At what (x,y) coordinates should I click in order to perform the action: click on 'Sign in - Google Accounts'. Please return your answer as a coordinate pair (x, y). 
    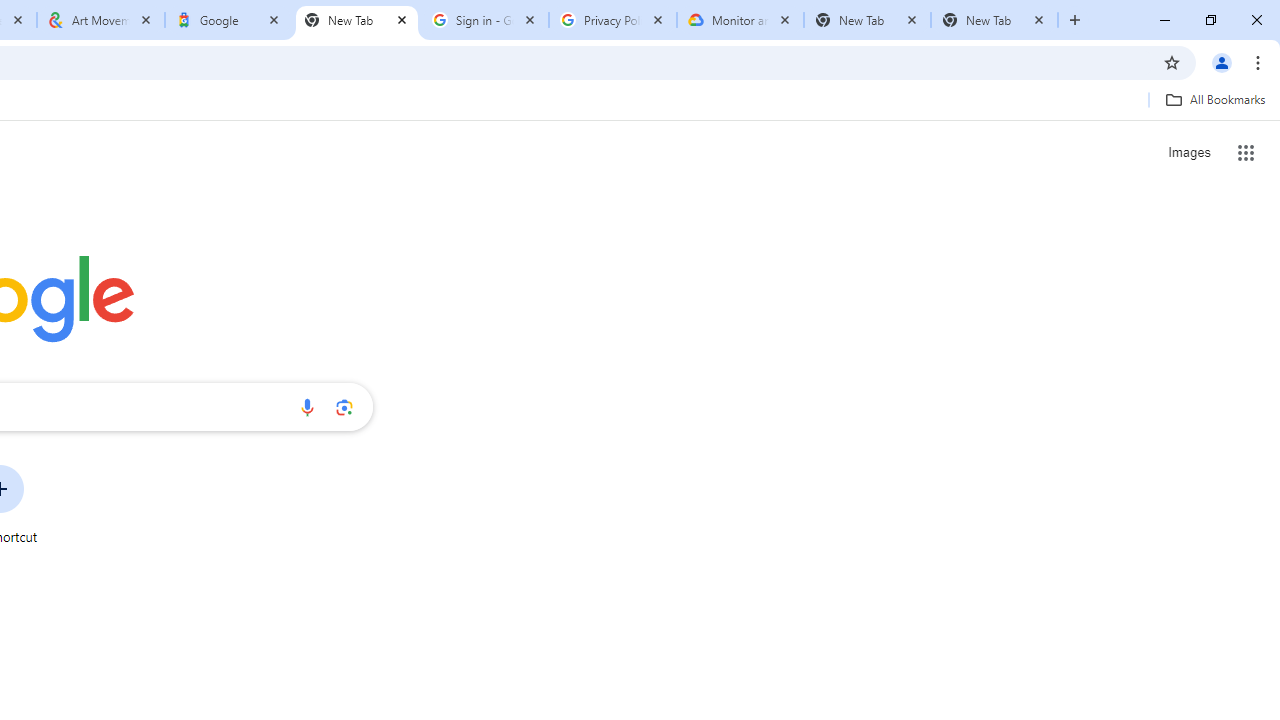
    Looking at the image, I should click on (485, 20).